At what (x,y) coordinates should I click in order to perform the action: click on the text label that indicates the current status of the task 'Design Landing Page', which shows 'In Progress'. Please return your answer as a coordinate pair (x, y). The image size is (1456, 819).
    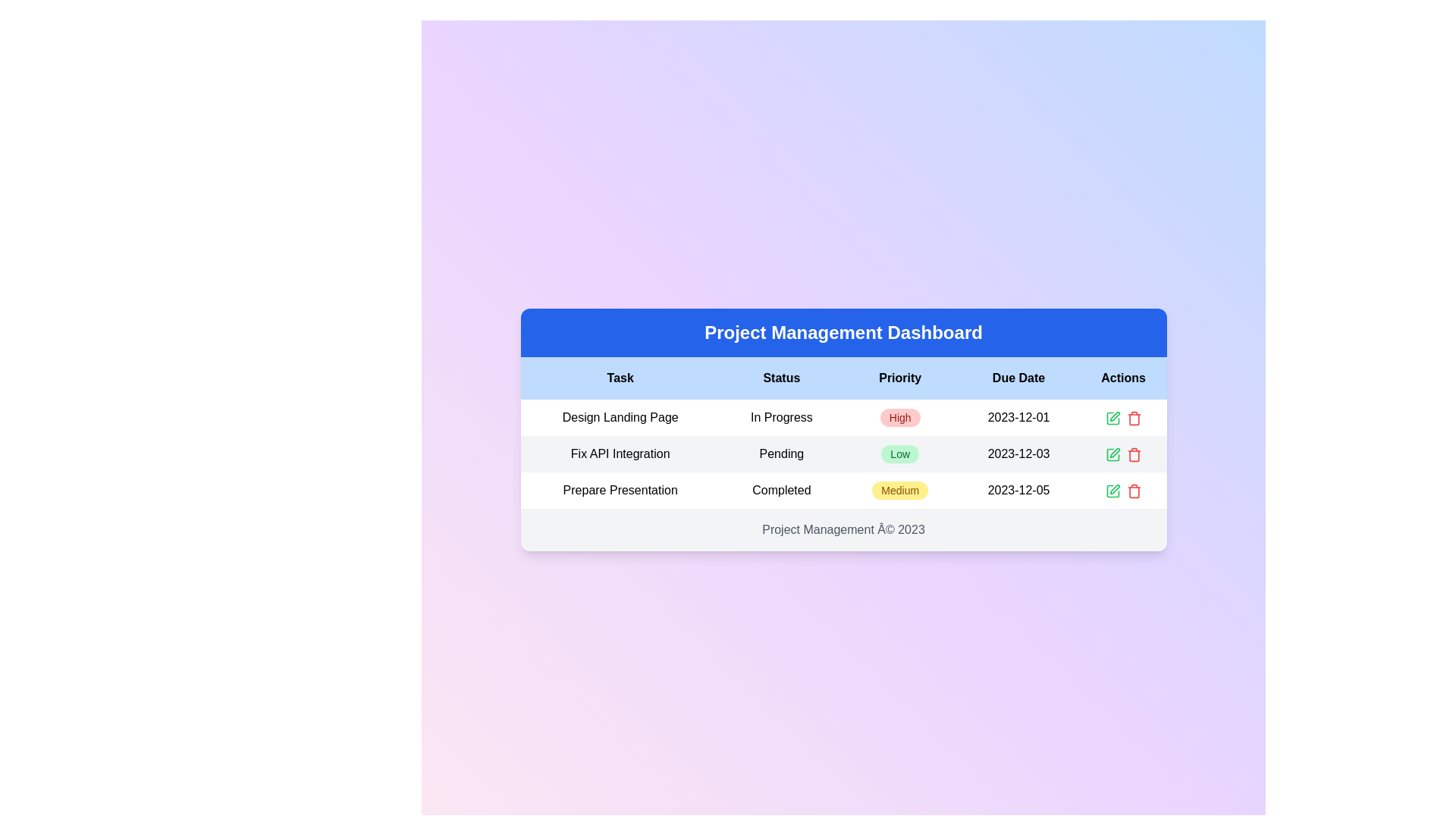
    Looking at the image, I should click on (781, 418).